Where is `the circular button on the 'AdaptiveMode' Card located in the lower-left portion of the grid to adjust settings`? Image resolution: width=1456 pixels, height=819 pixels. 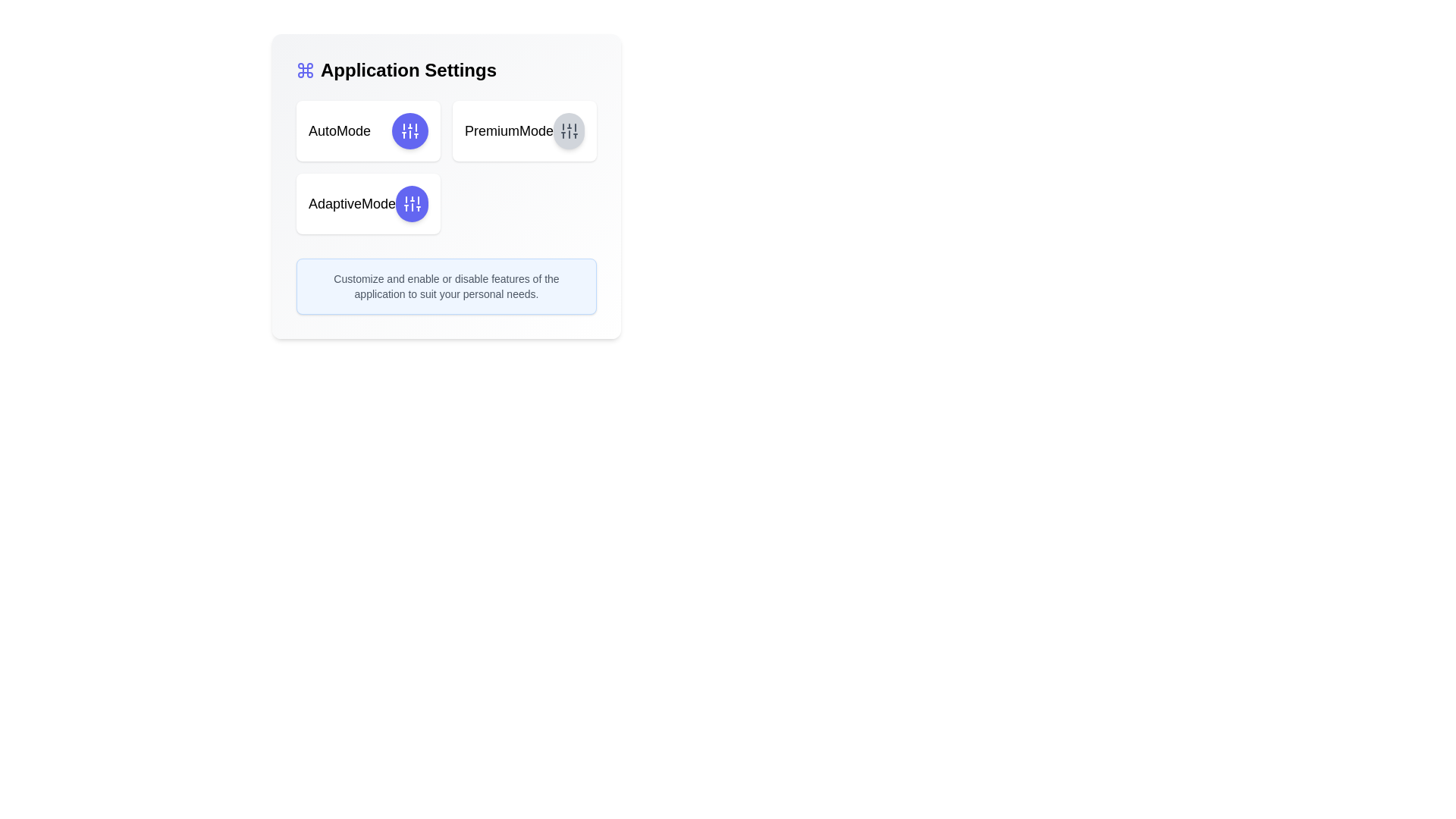
the circular button on the 'AdaptiveMode' Card located in the lower-left portion of the grid to adjust settings is located at coordinates (368, 203).